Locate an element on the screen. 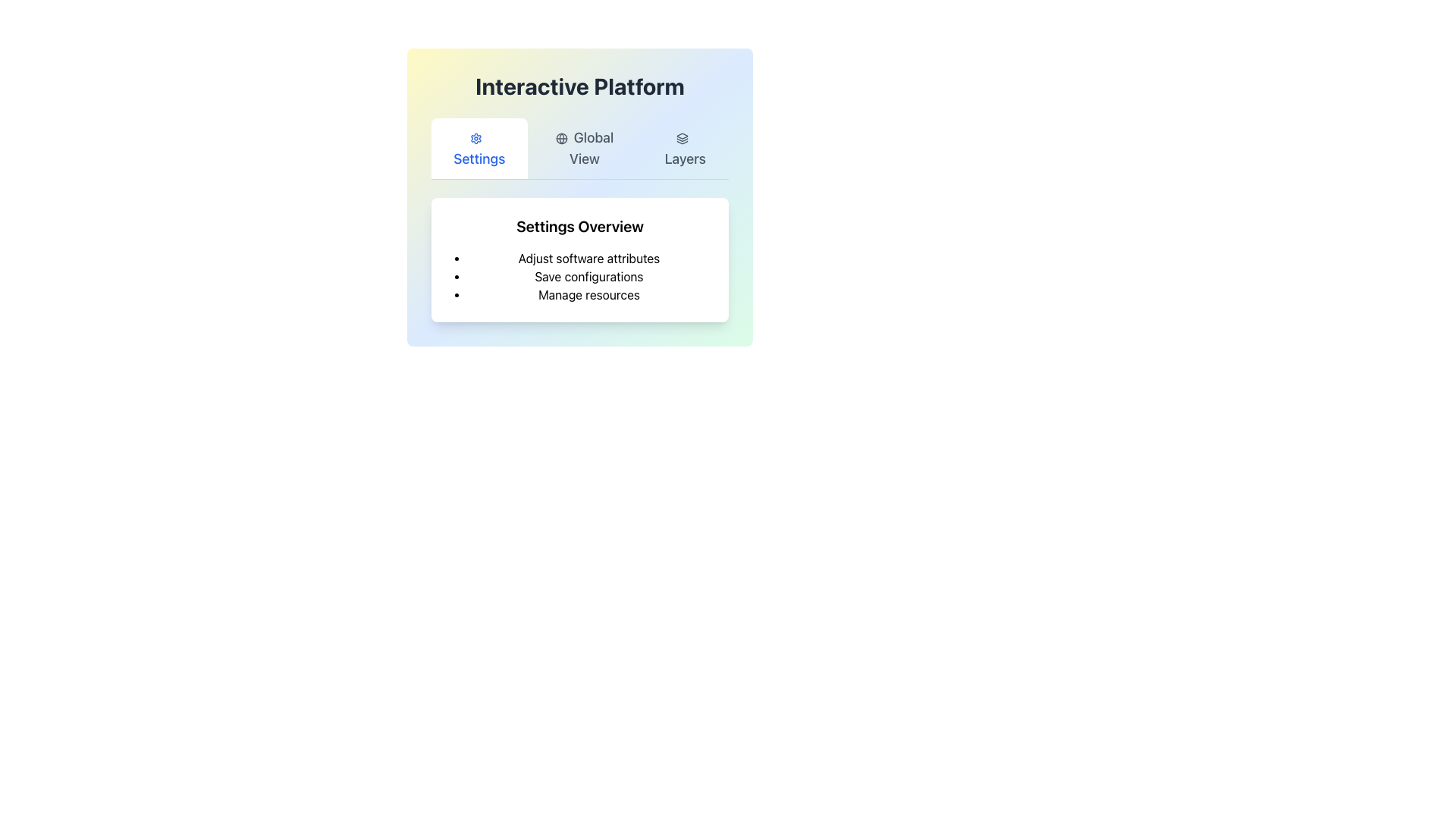  the 'Global View' tab, which is located in the middle of a horizontal list of tabs, flanked by 'Settings' and 'Layers' is located at coordinates (584, 149).